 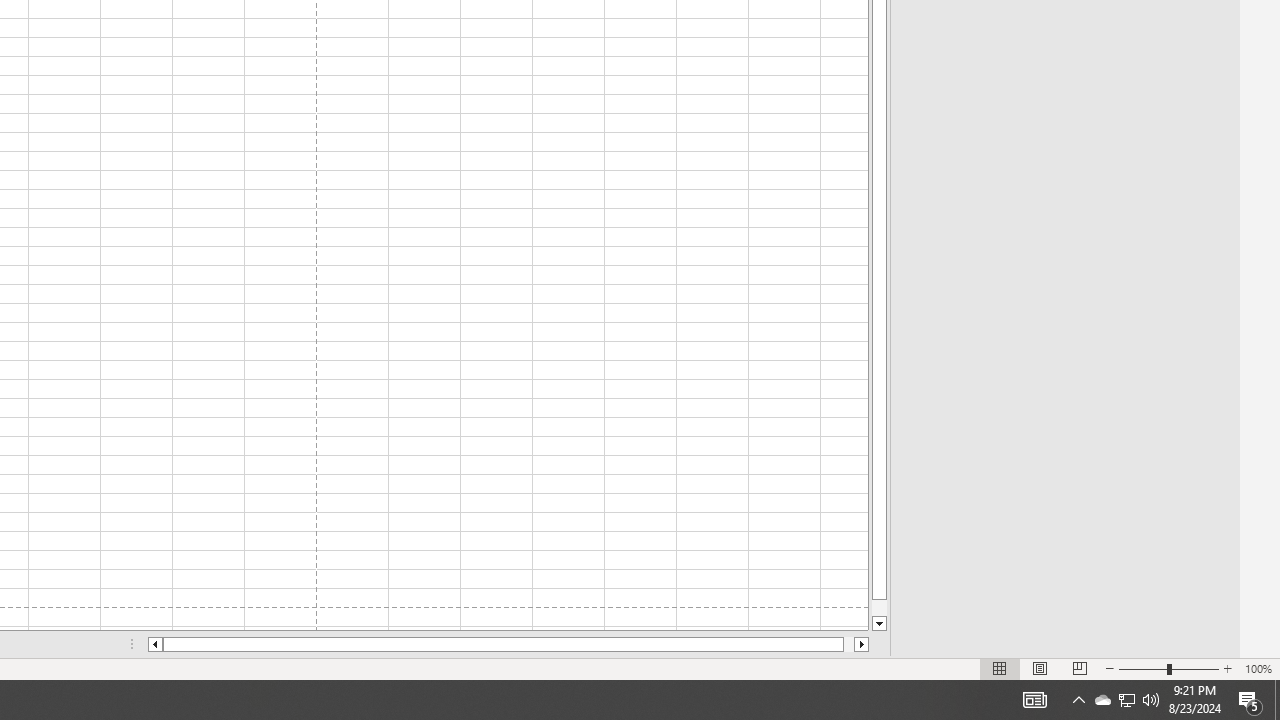 What do you see at coordinates (1078, 698) in the screenshot?
I see `'Notification Chevron'` at bounding box center [1078, 698].